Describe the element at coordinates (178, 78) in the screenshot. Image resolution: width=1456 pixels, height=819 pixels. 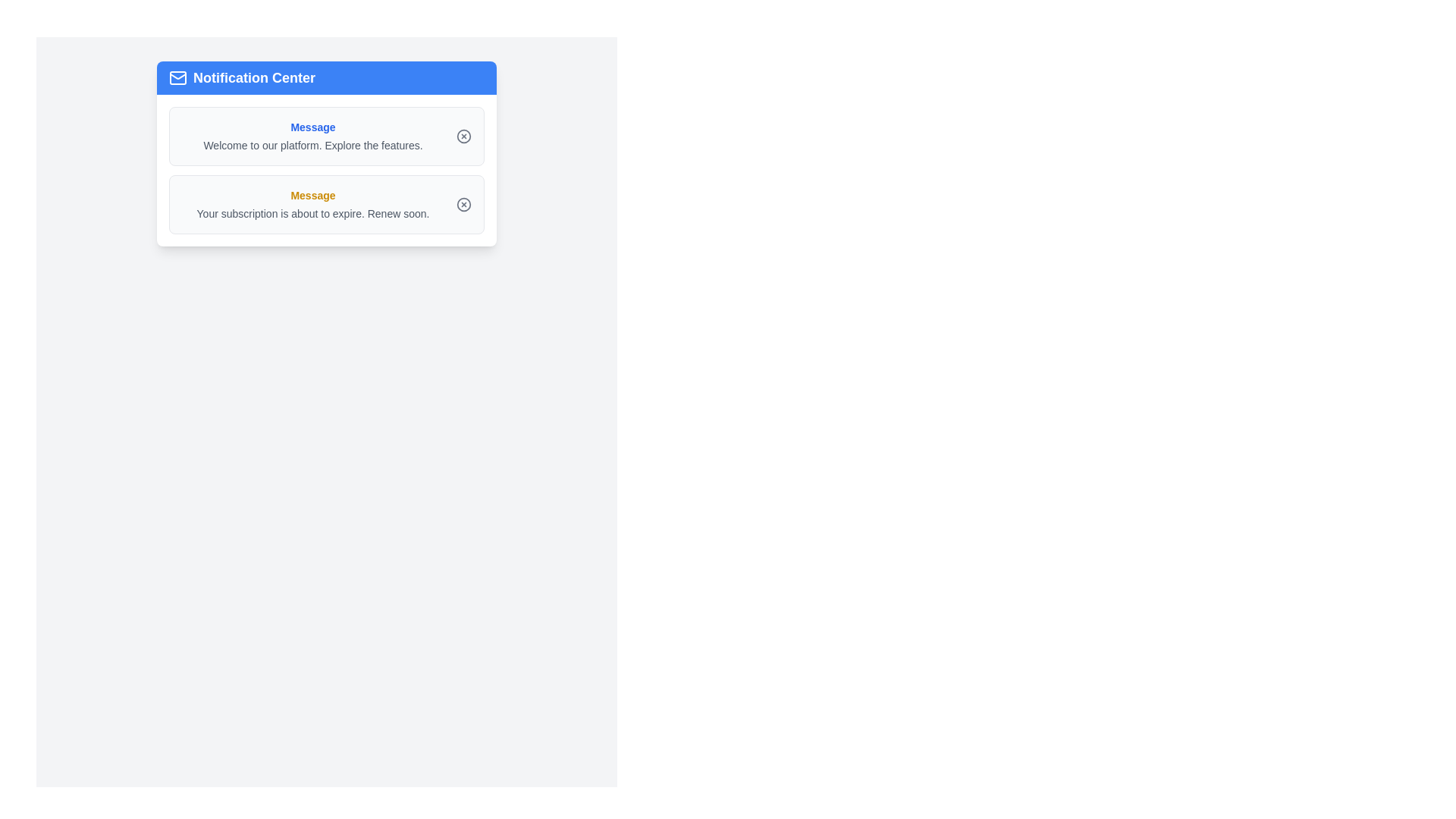
I see `the minimalist envelope icon located at the top left corner of the 'Notification Center' header bar, positioned before the text label 'Notification Center'` at that location.